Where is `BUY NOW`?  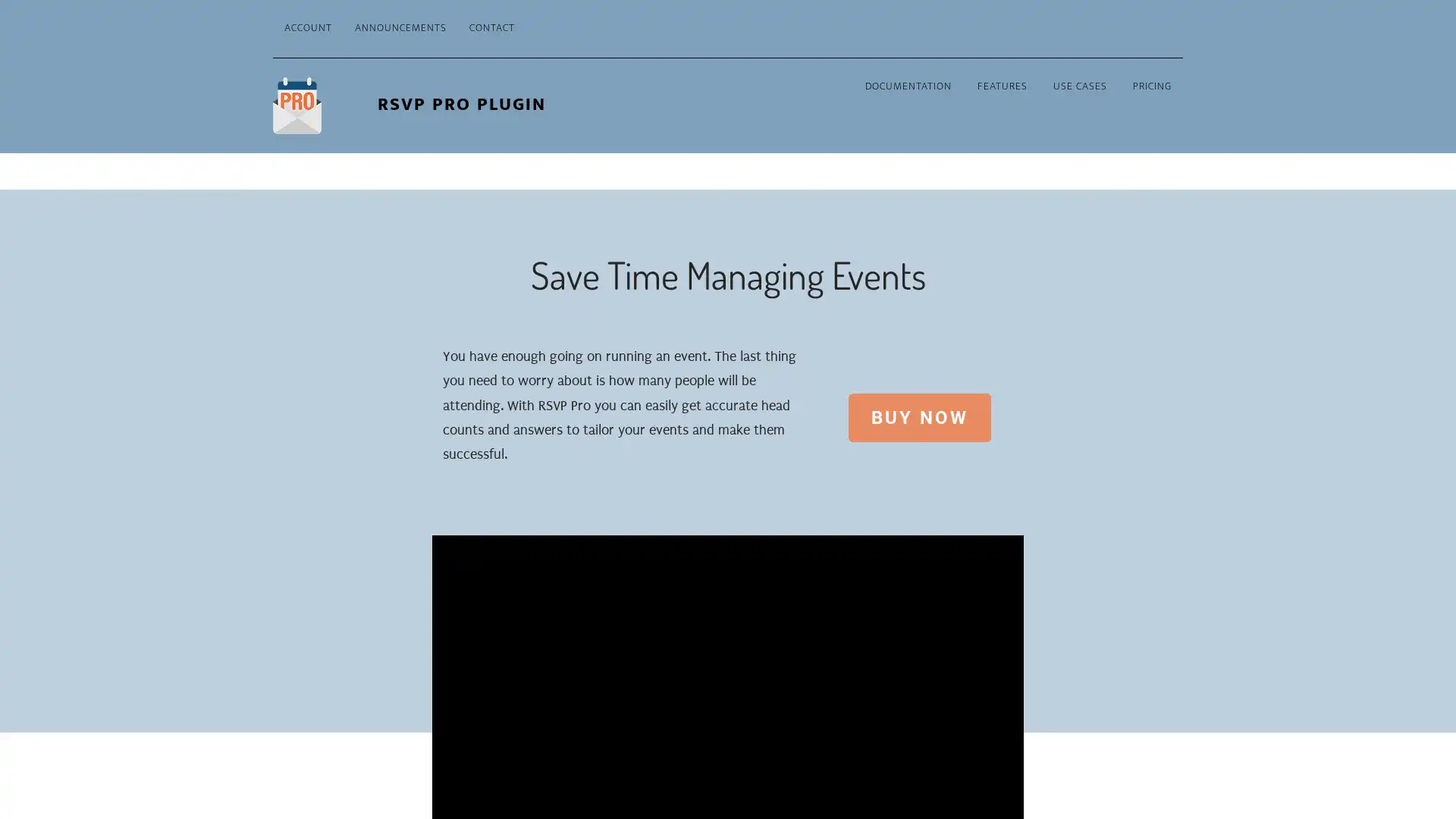
BUY NOW is located at coordinates (918, 417).